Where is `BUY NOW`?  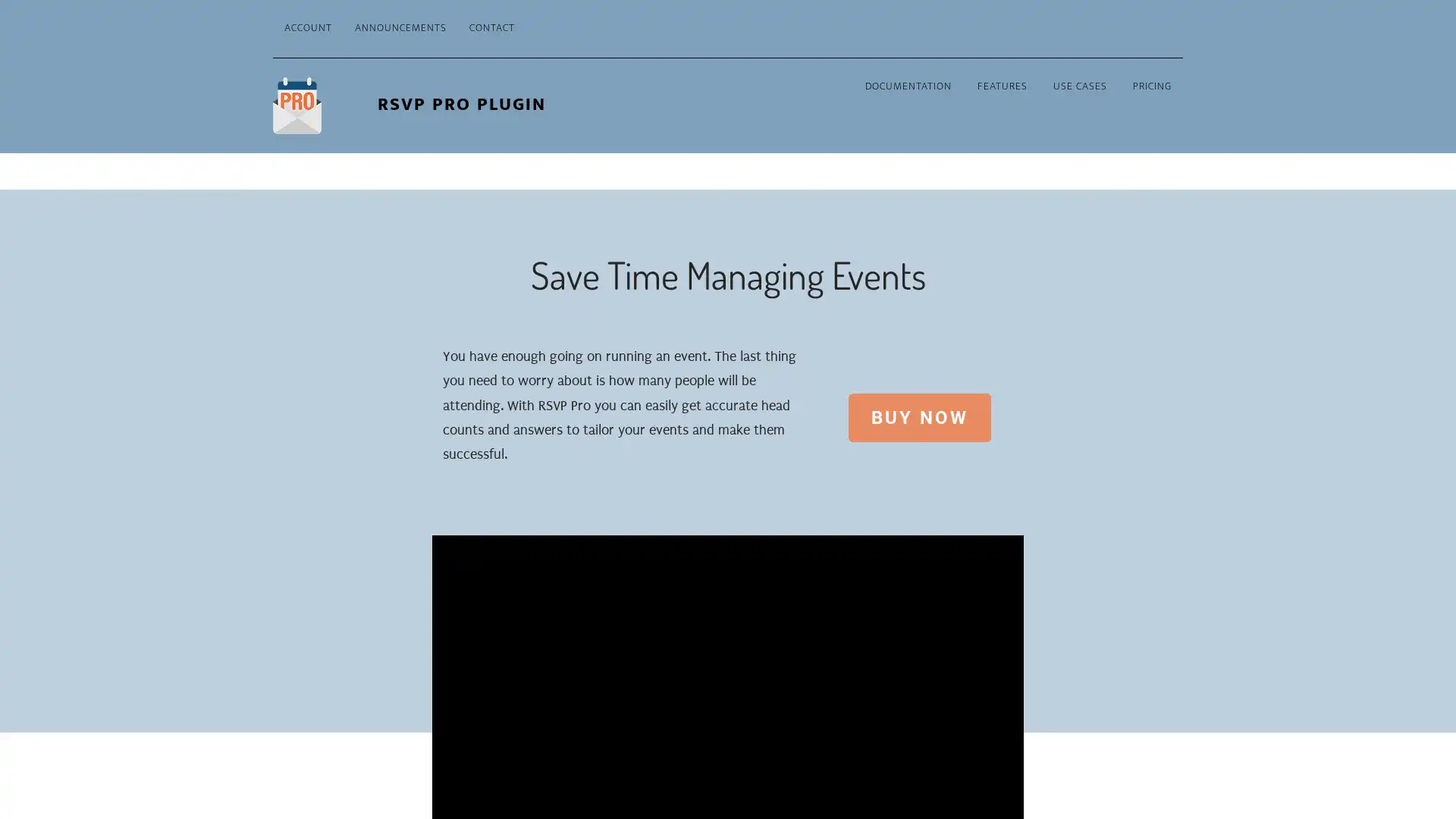
BUY NOW is located at coordinates (918, 417).